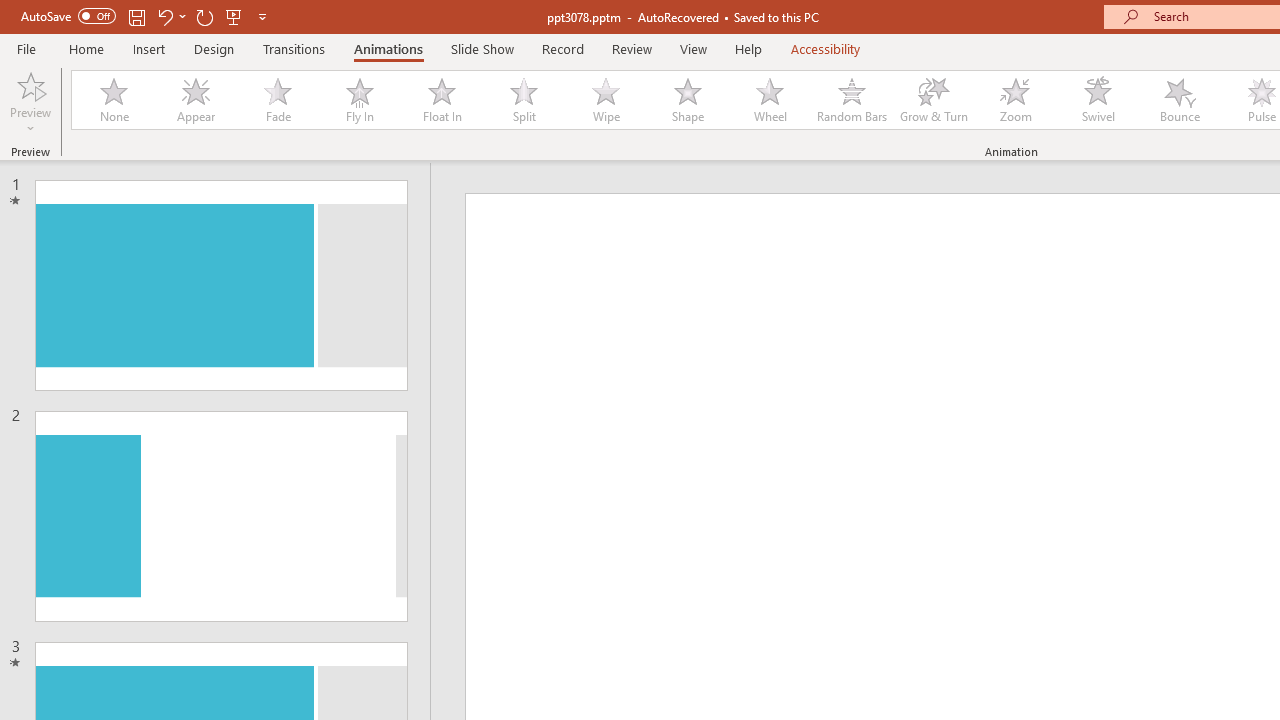  Describe the element at coordinates (769, 100) in the screenshot. I see `'Wheel'` at that location.